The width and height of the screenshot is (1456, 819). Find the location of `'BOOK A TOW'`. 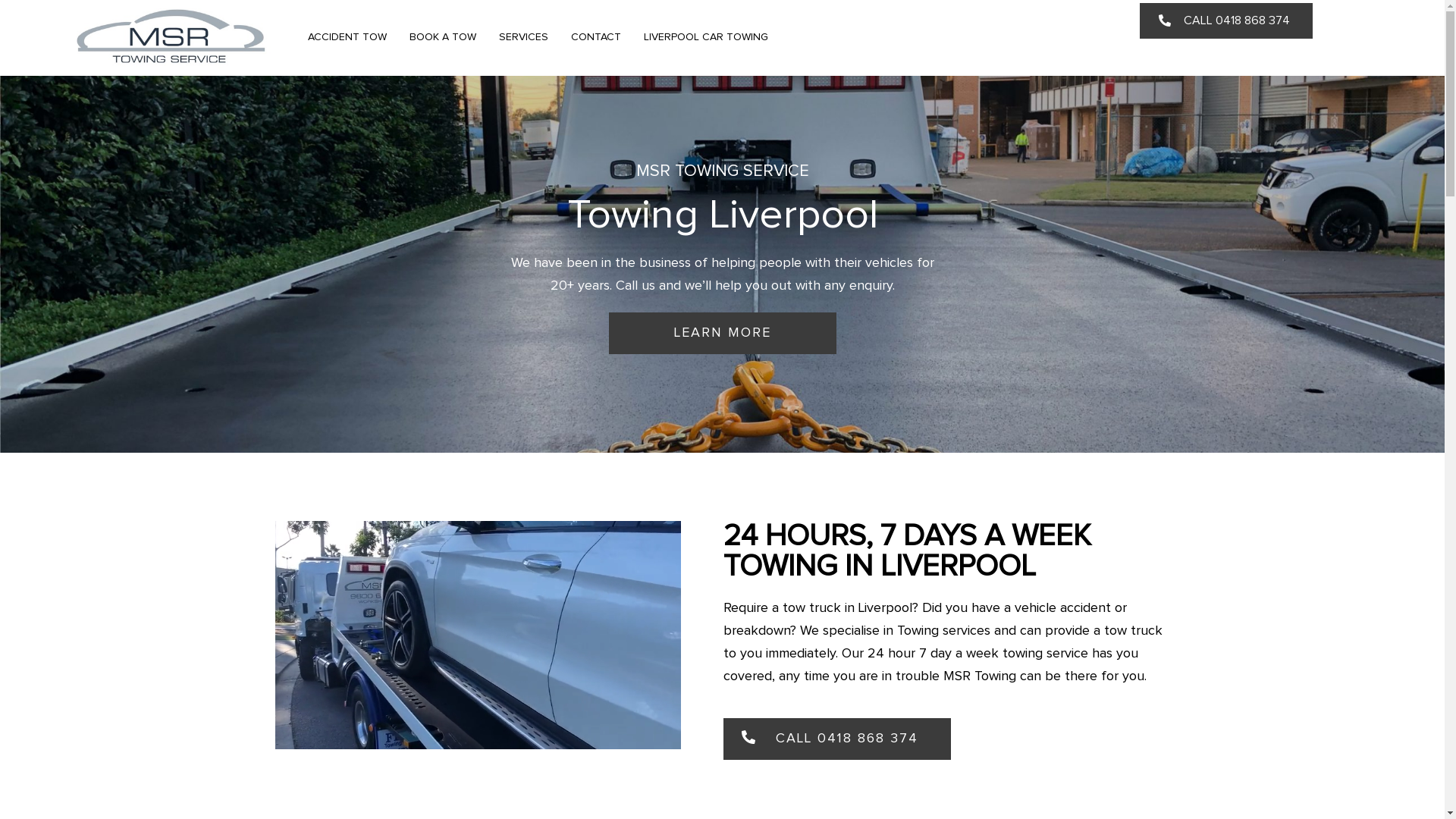

'BOOK A TOW' is located at coordinates (442, 36).